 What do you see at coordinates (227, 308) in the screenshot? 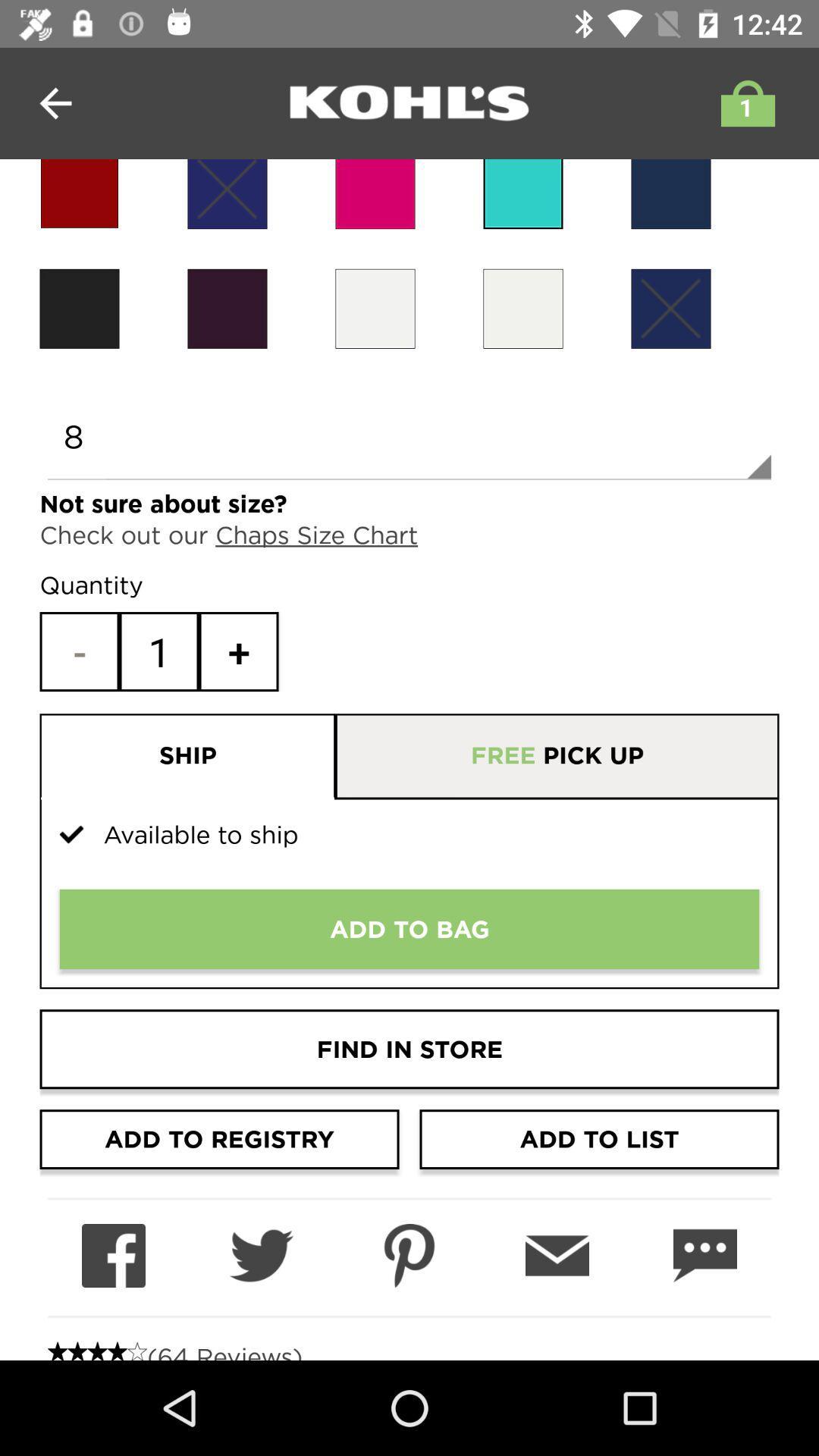
I see `brown color` at bounding box center [227, 308].